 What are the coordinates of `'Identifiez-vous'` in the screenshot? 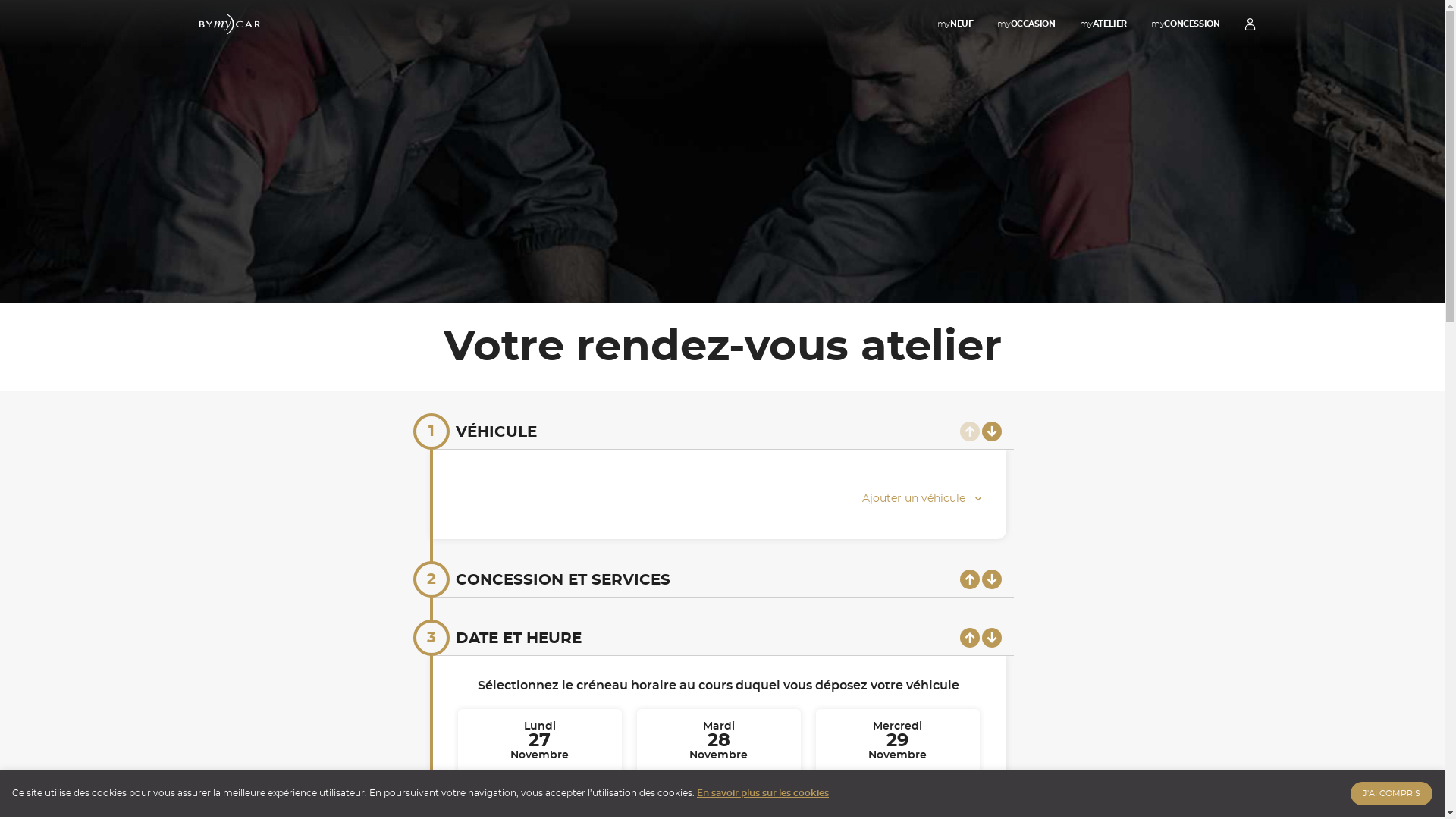 It's located at (1249, 24).